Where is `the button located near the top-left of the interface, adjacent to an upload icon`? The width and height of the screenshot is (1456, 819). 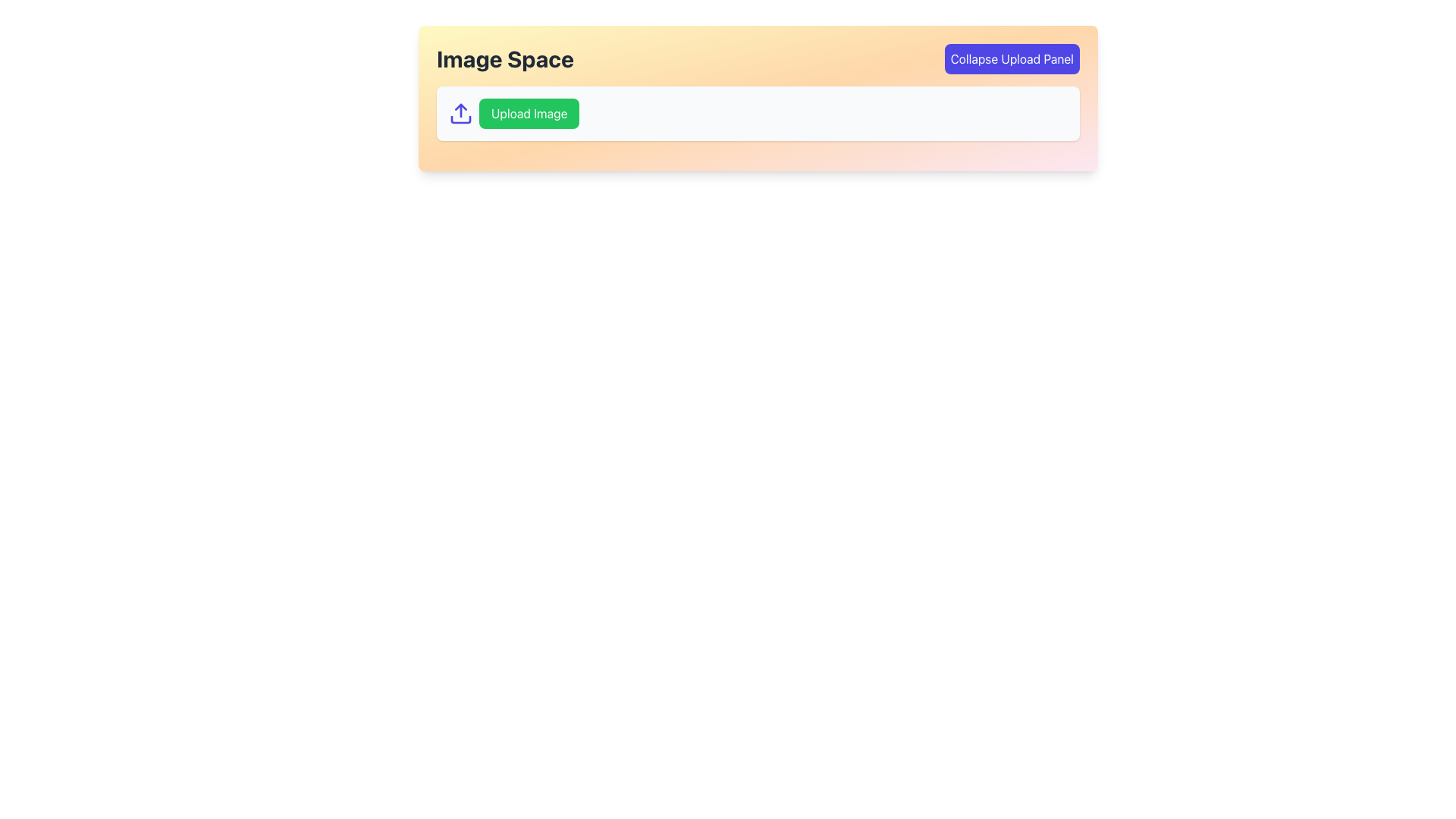 the button located near the top-left of the interface, adjacent to an upload icon is located at coordinates (529, 113).